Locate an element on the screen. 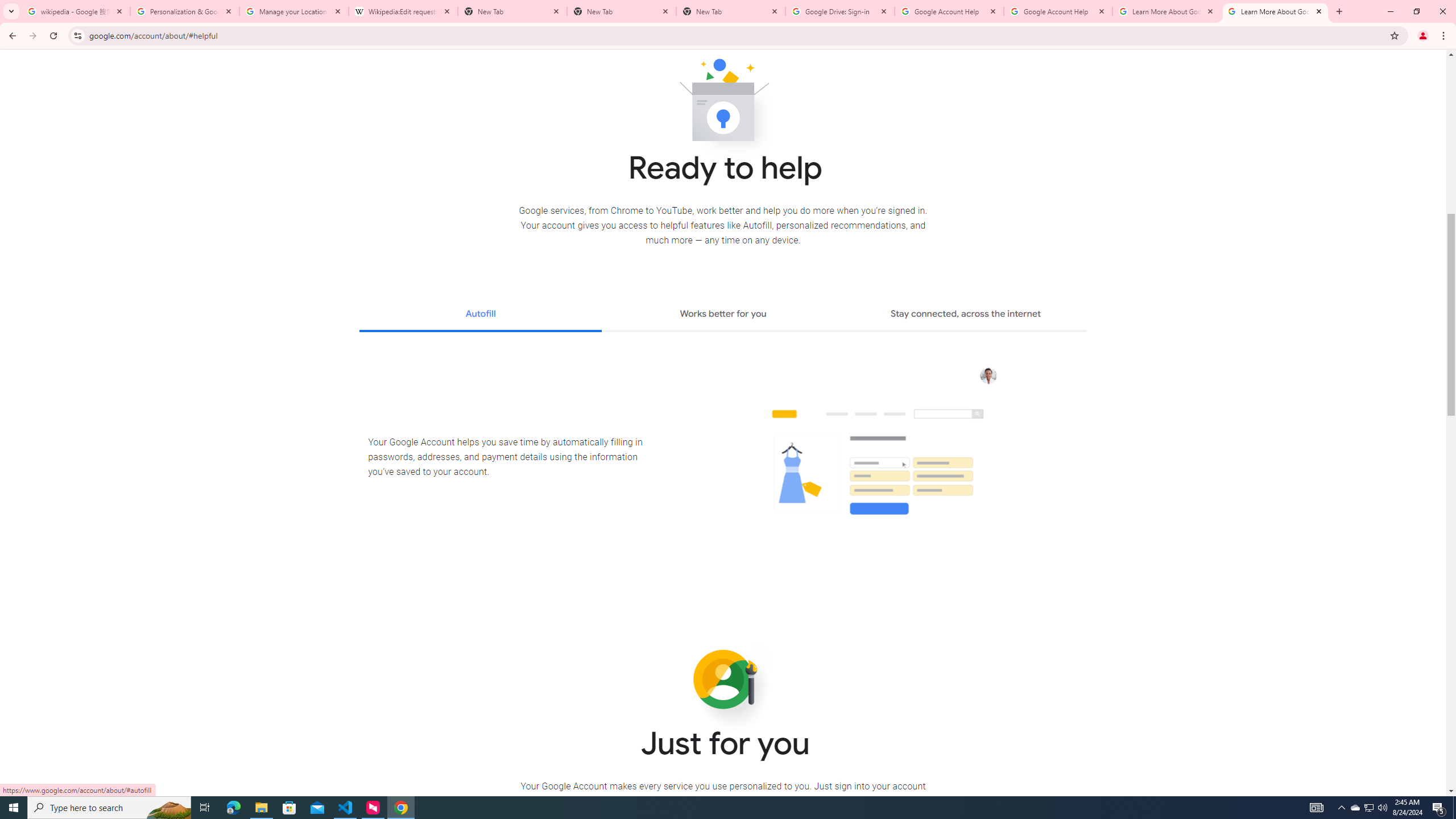  'Personalization & Google Search results - Google Search Help' is located at coordinates (185, 11).